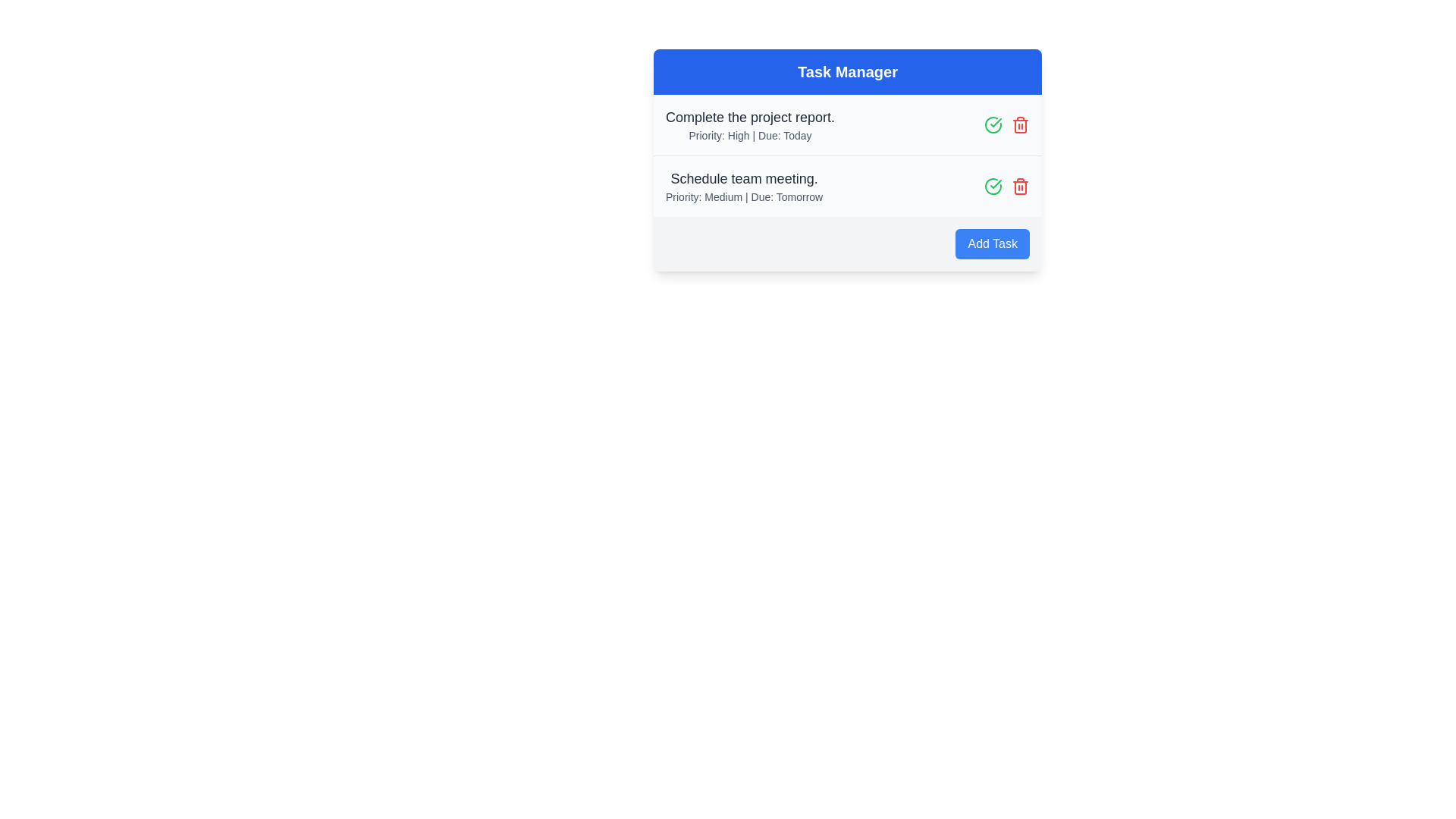 This screenshot has height=819, width=1456. What do you see at coordinates (1020, 186) in the screenshot?
I see `the red-colored trash icon in the second row of task items` at bounding box center [1020, 186].